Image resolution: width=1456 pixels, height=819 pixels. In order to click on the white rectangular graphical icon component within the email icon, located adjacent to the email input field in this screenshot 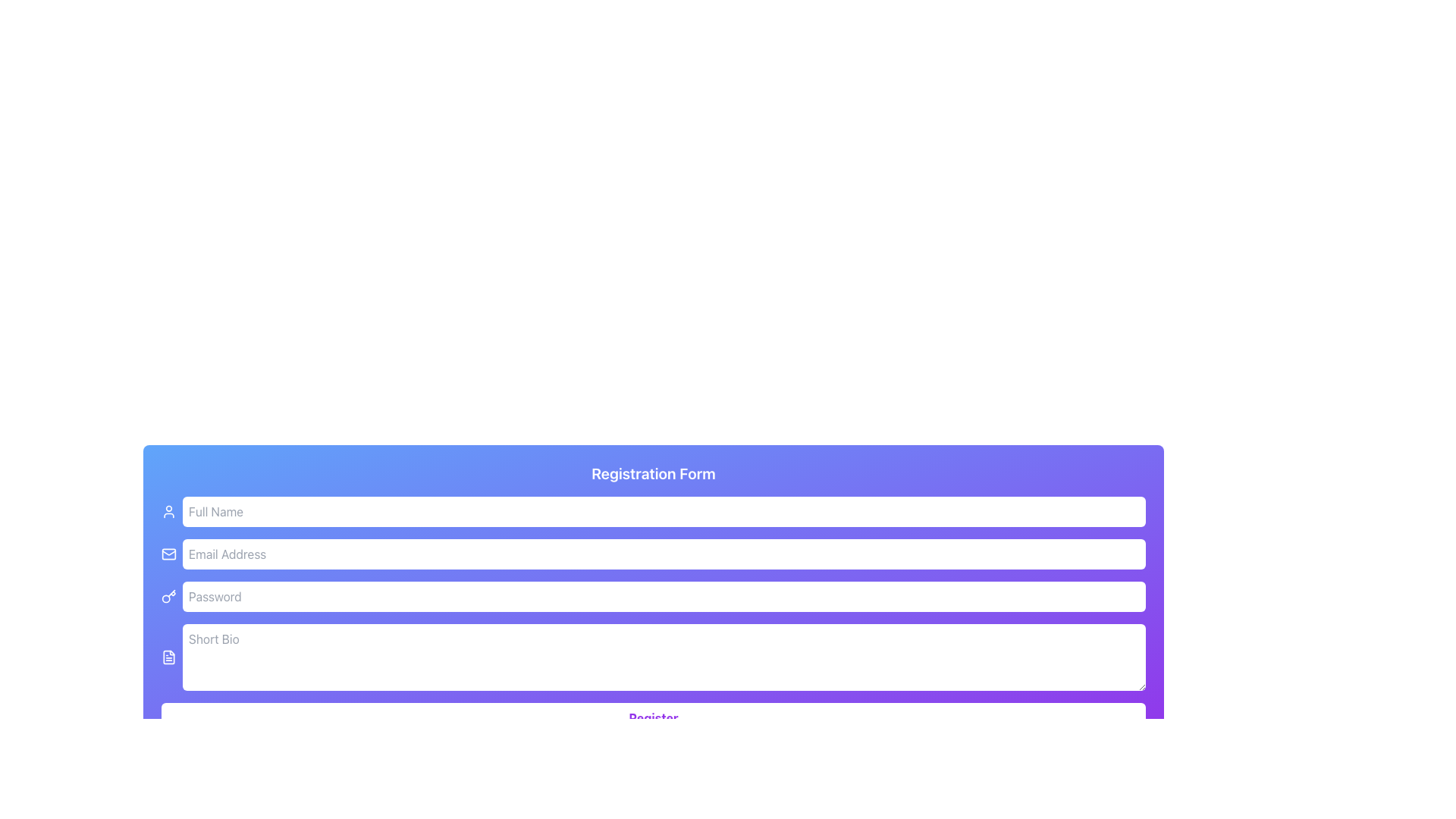, I will do `click(168, 554)`.